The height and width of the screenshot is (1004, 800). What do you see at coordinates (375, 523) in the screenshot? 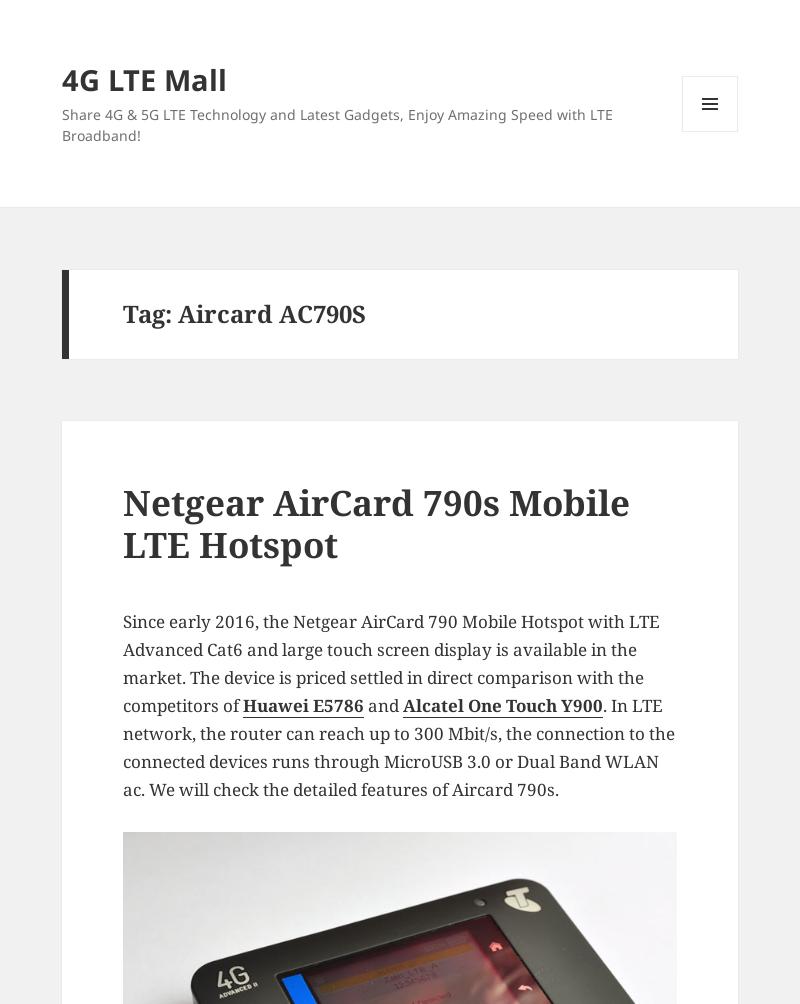
I see `'Netgear AirCard 790s Mobile LTE Hotspot'` at bounding box center [375, 523].